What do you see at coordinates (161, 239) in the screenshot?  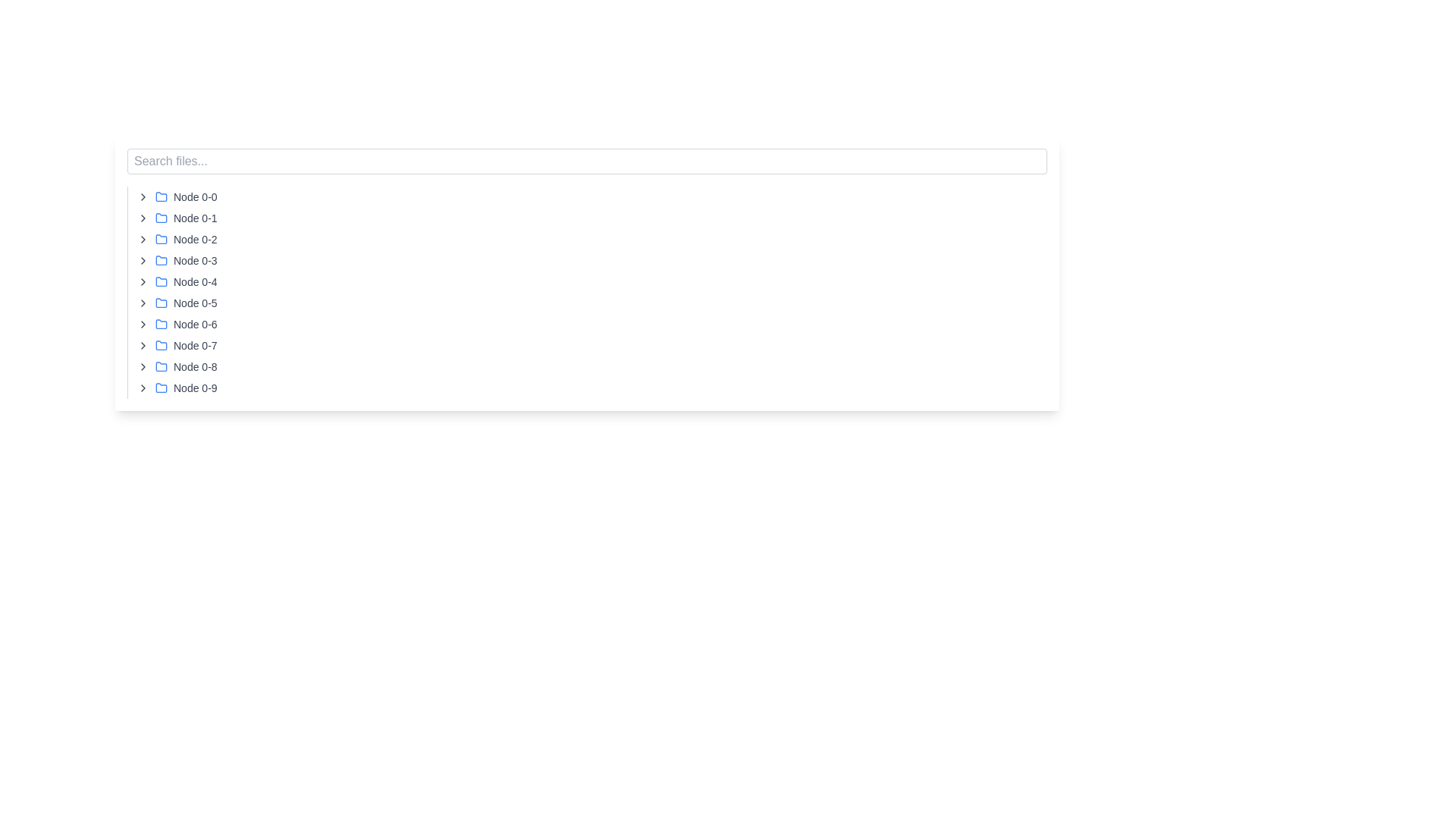 I see `the blue folder icon adjacent to the text 'Node 0-2'` at bounding box center [161, 239].